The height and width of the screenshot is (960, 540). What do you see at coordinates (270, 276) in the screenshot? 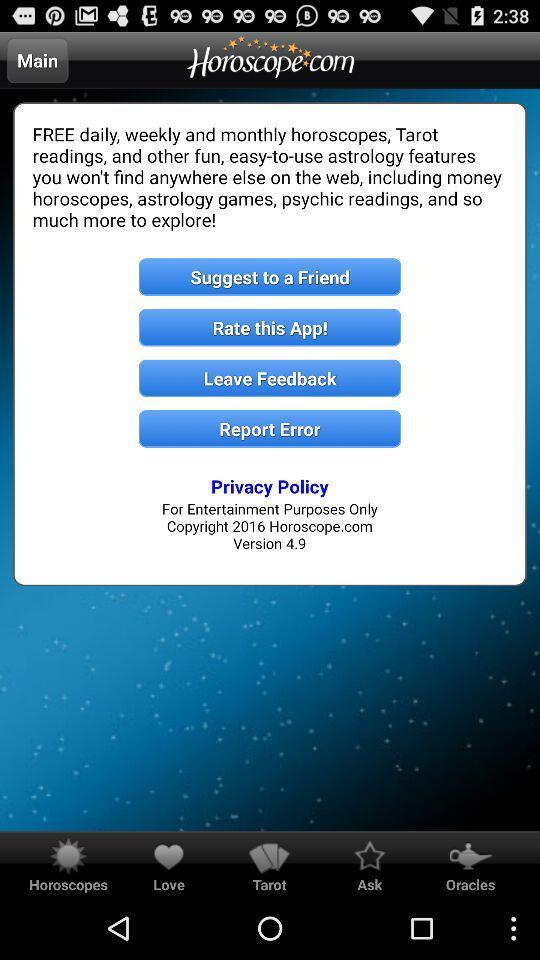
I see `the suggest to a item` at bounding box center [270, 276].